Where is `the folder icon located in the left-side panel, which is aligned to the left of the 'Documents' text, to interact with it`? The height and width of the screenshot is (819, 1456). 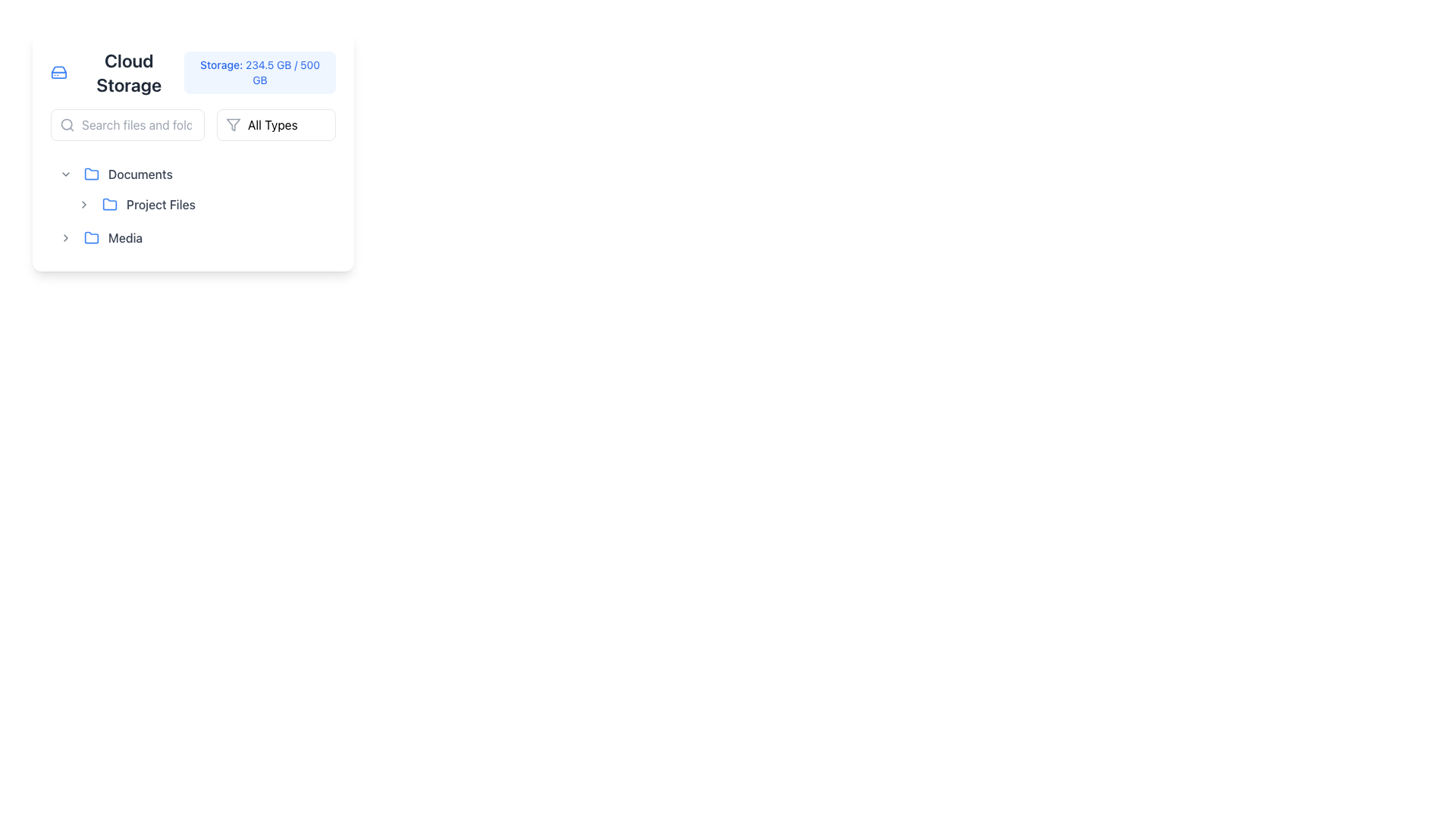 the folder icon located in the left-side panel, which is aligned to the left of the 'Documents' text, to interact with it is located at coordinates (90, 174).